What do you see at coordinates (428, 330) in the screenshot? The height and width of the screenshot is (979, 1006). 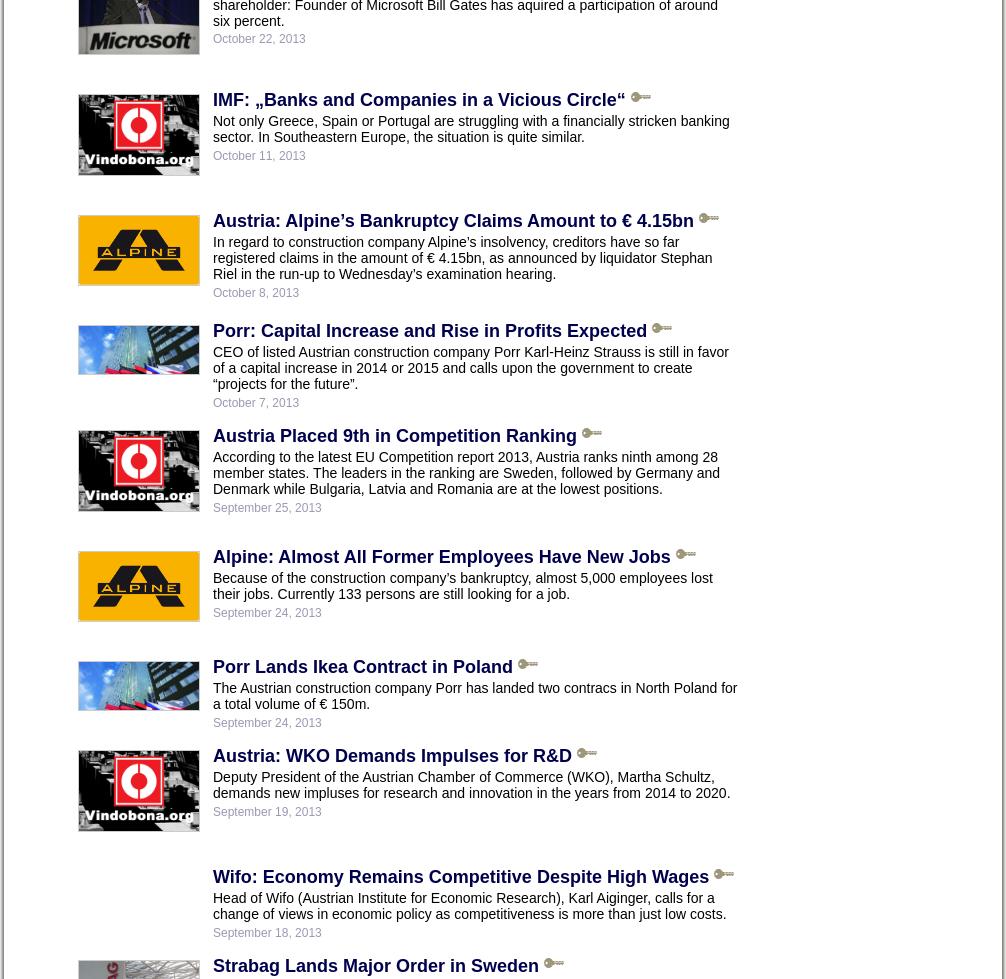 I see `'Porr: Capital Increase and Rise in Profits Expected'` at bounding box center [428, 330].